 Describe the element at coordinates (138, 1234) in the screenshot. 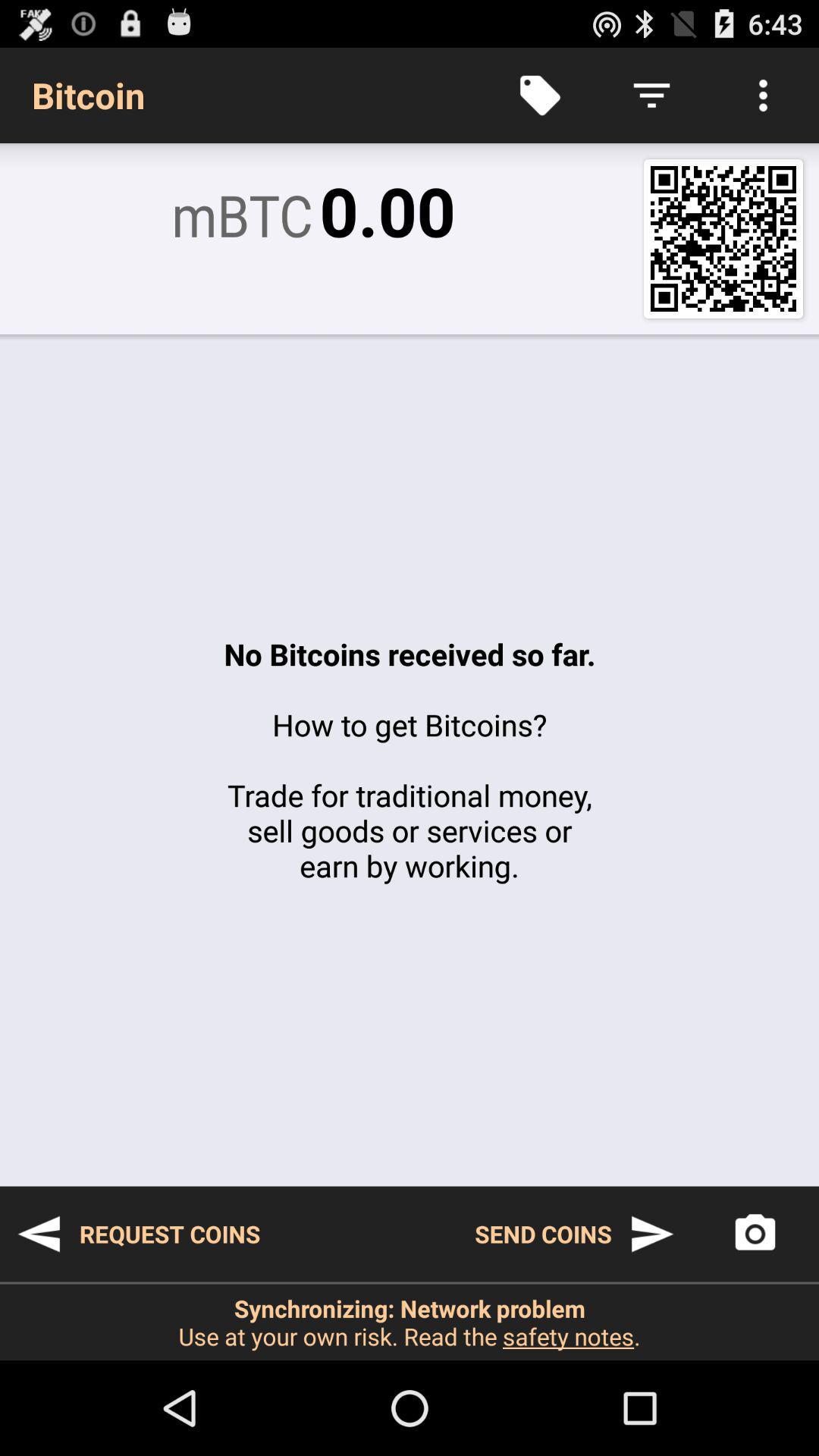

I see `icon to the left of the send coins item` at that location.